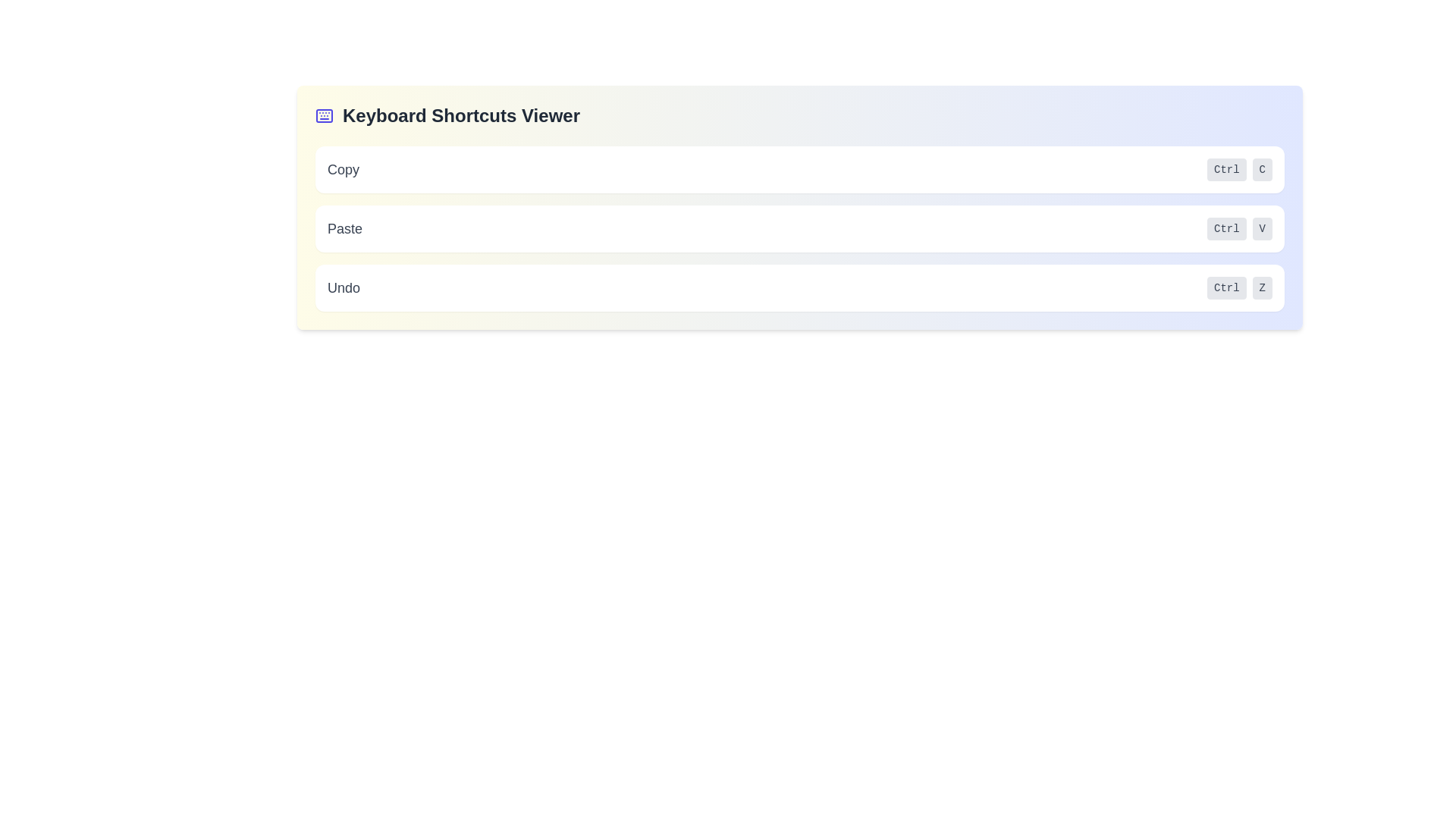 The height and width of the screenshot is (819, 1456). I want to click on the 'Z' key button-like text label, which represents the undo action in the keyboard shortcuts list, so click(1262, 288).